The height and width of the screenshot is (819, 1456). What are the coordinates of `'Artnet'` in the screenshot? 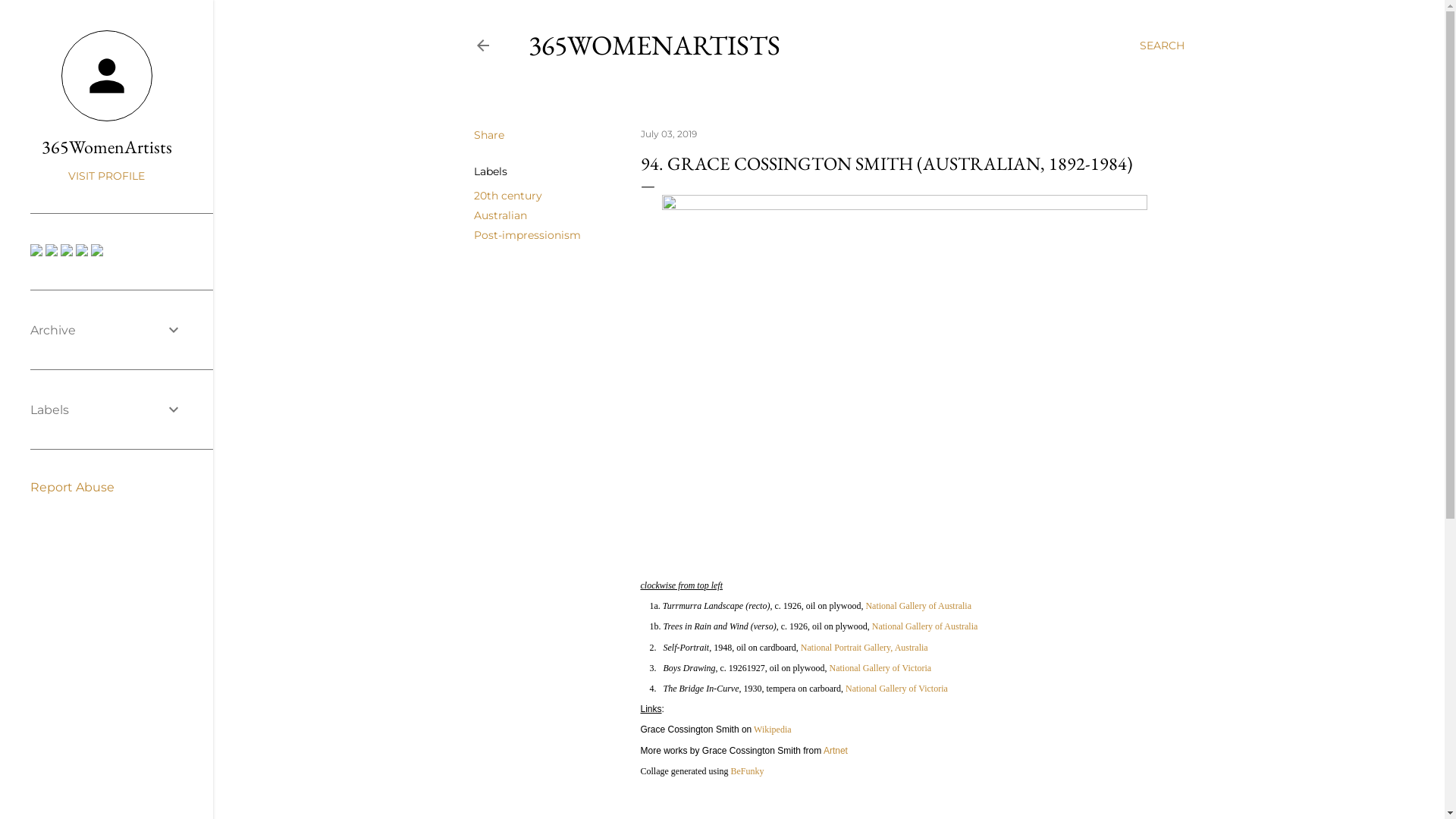 It's located at (835, 748).